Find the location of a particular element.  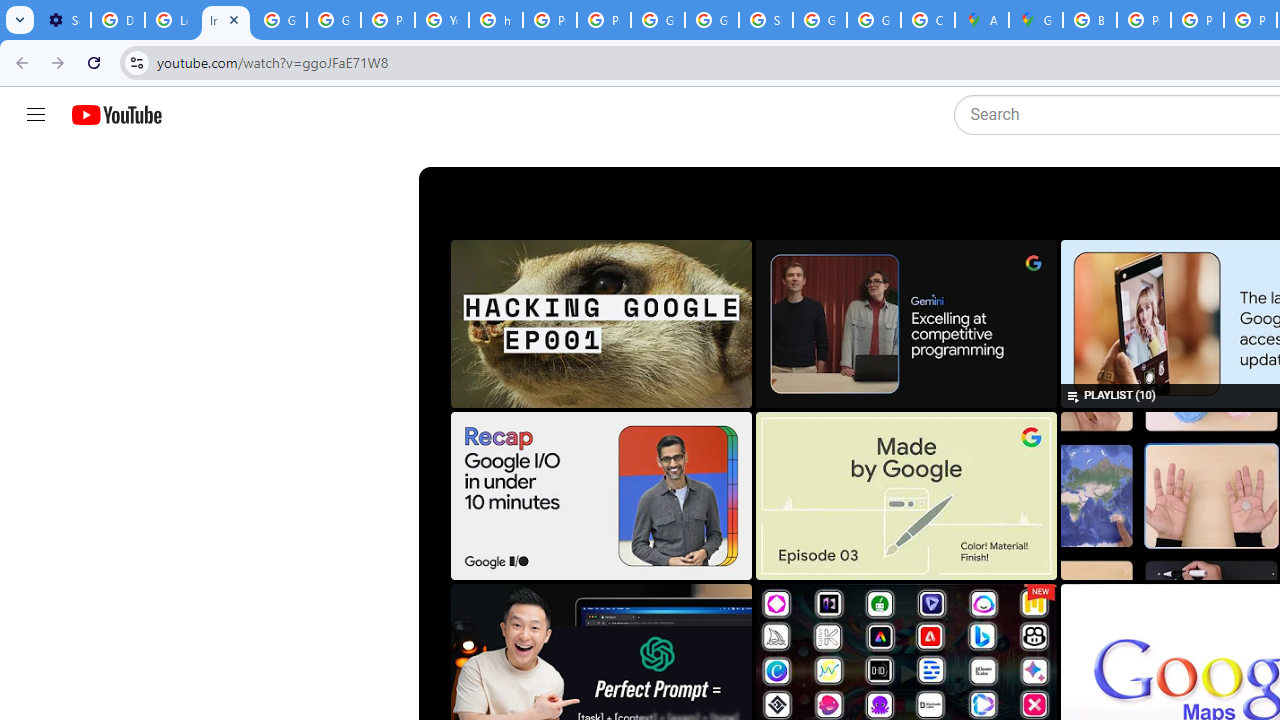

'Privacy Help Center - Policies Help' is located at coordinates (1144, 20).